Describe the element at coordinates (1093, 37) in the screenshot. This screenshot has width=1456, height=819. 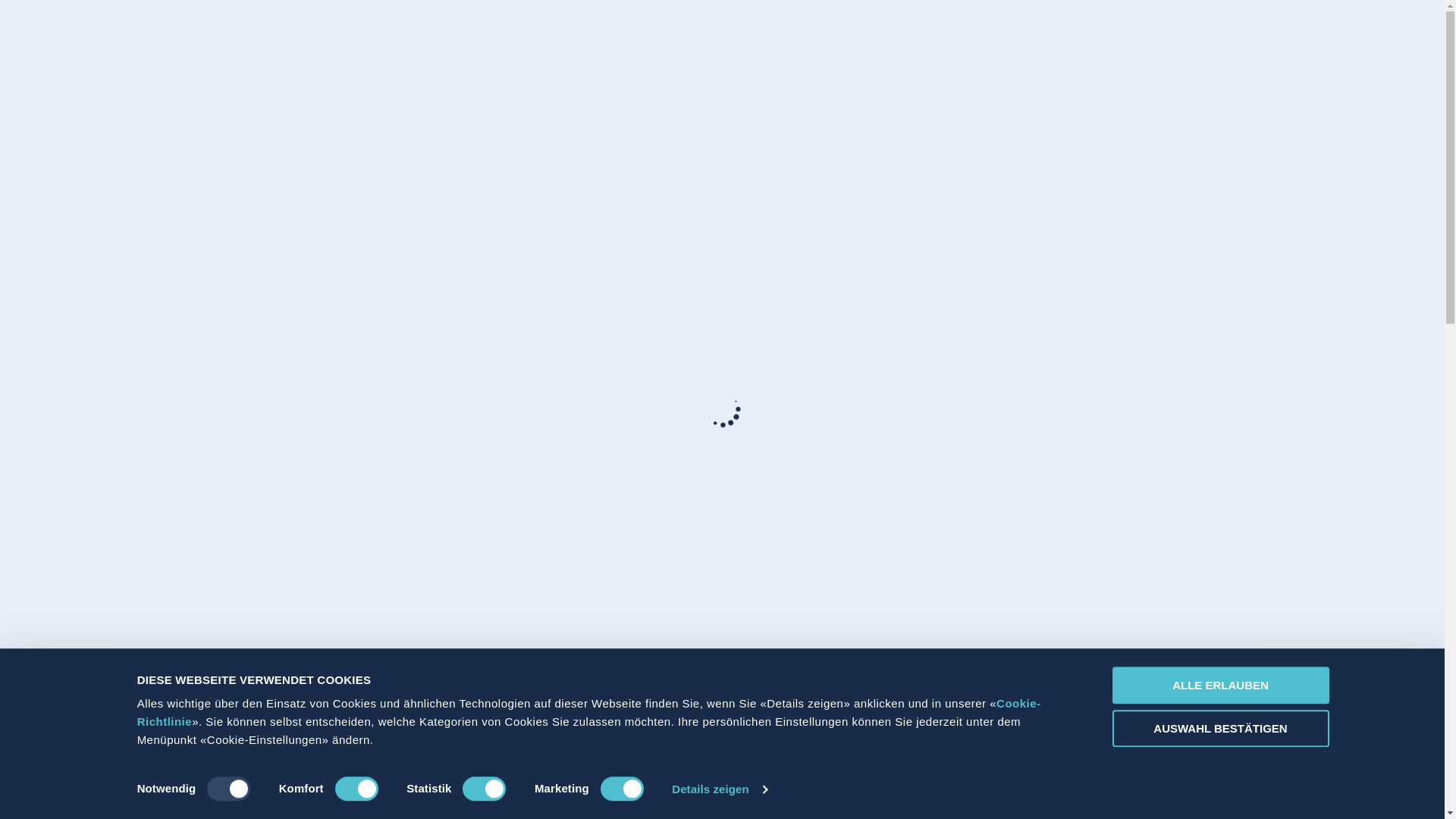
I see `'IT'` at that location.